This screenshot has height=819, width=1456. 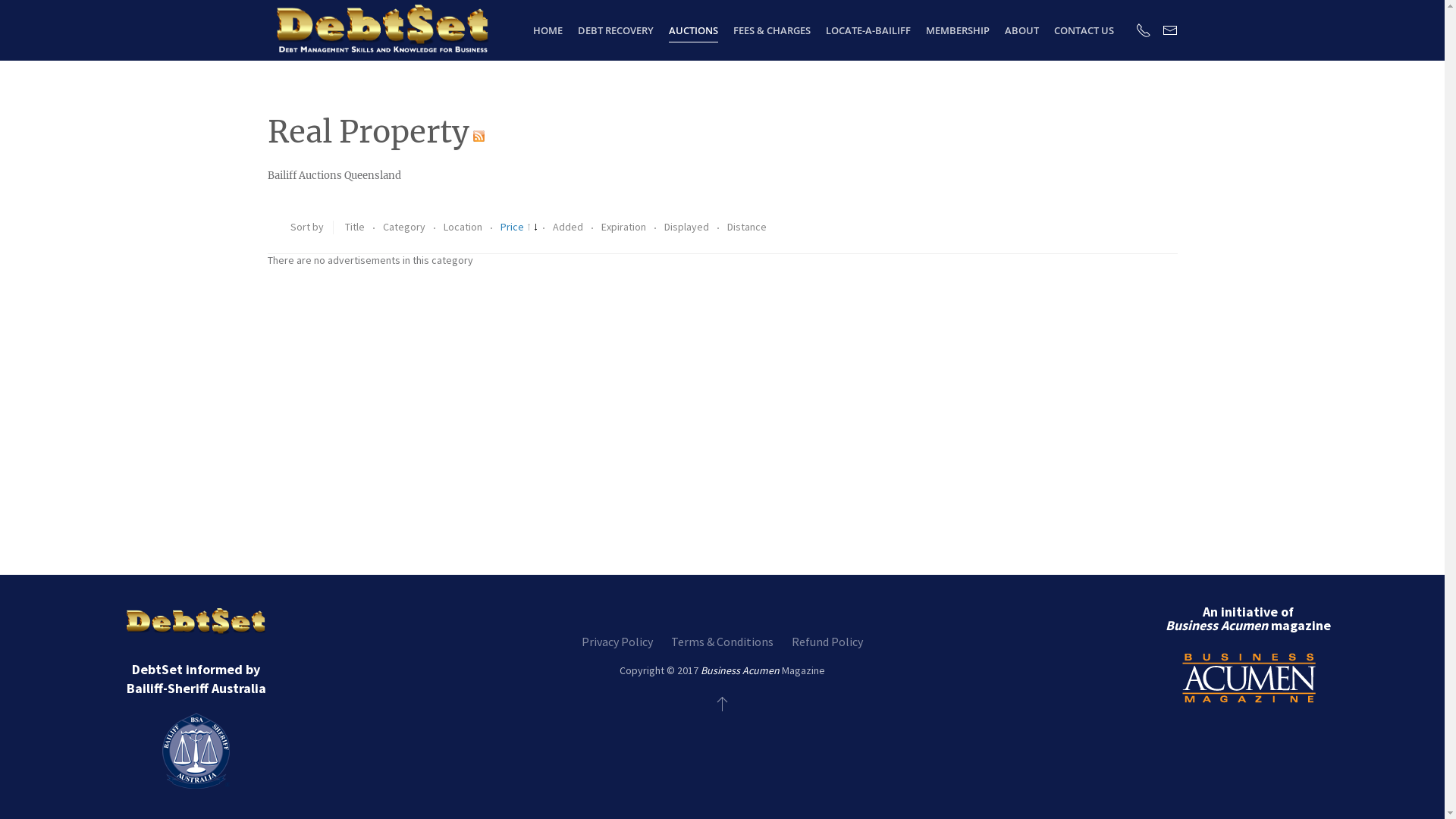 I want to click on 'Refund Policy', so click(x=826, y=641).